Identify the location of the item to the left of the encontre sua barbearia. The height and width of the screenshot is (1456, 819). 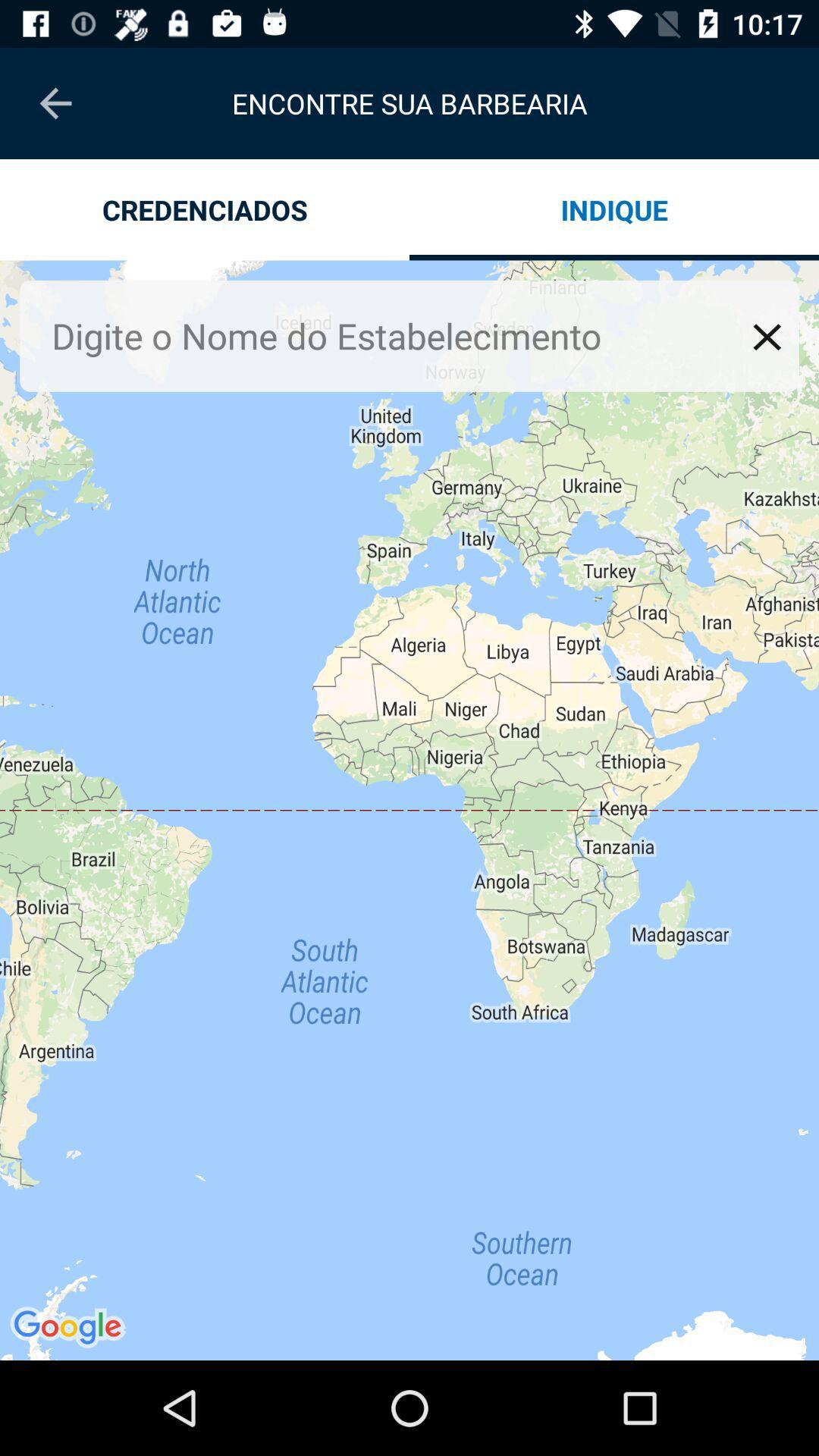
(55, 102).